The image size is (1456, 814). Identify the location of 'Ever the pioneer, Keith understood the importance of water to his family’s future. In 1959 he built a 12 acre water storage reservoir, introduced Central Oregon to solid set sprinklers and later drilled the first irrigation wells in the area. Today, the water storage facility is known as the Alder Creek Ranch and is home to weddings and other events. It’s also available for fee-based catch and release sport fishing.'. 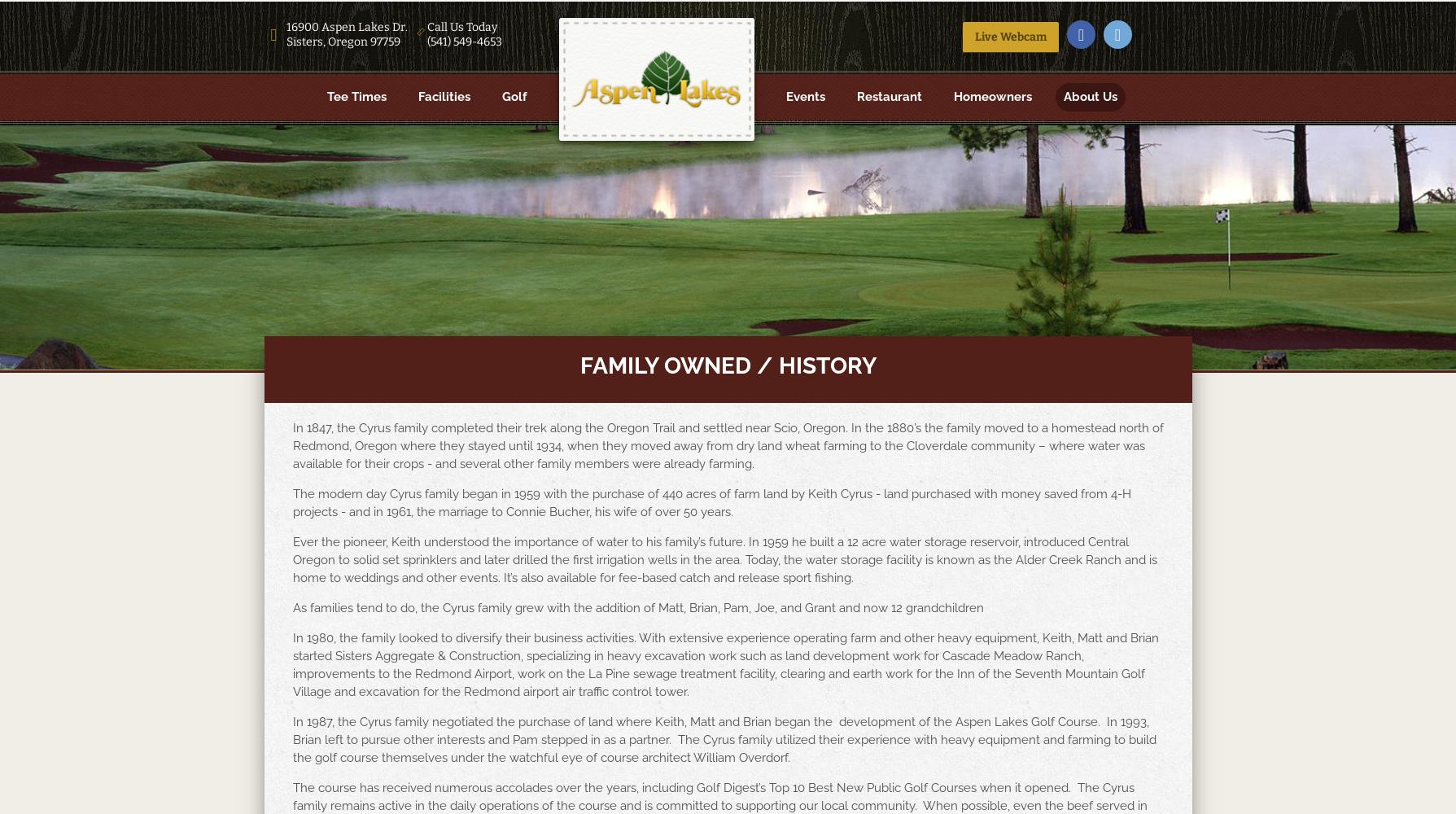
(291, 560).